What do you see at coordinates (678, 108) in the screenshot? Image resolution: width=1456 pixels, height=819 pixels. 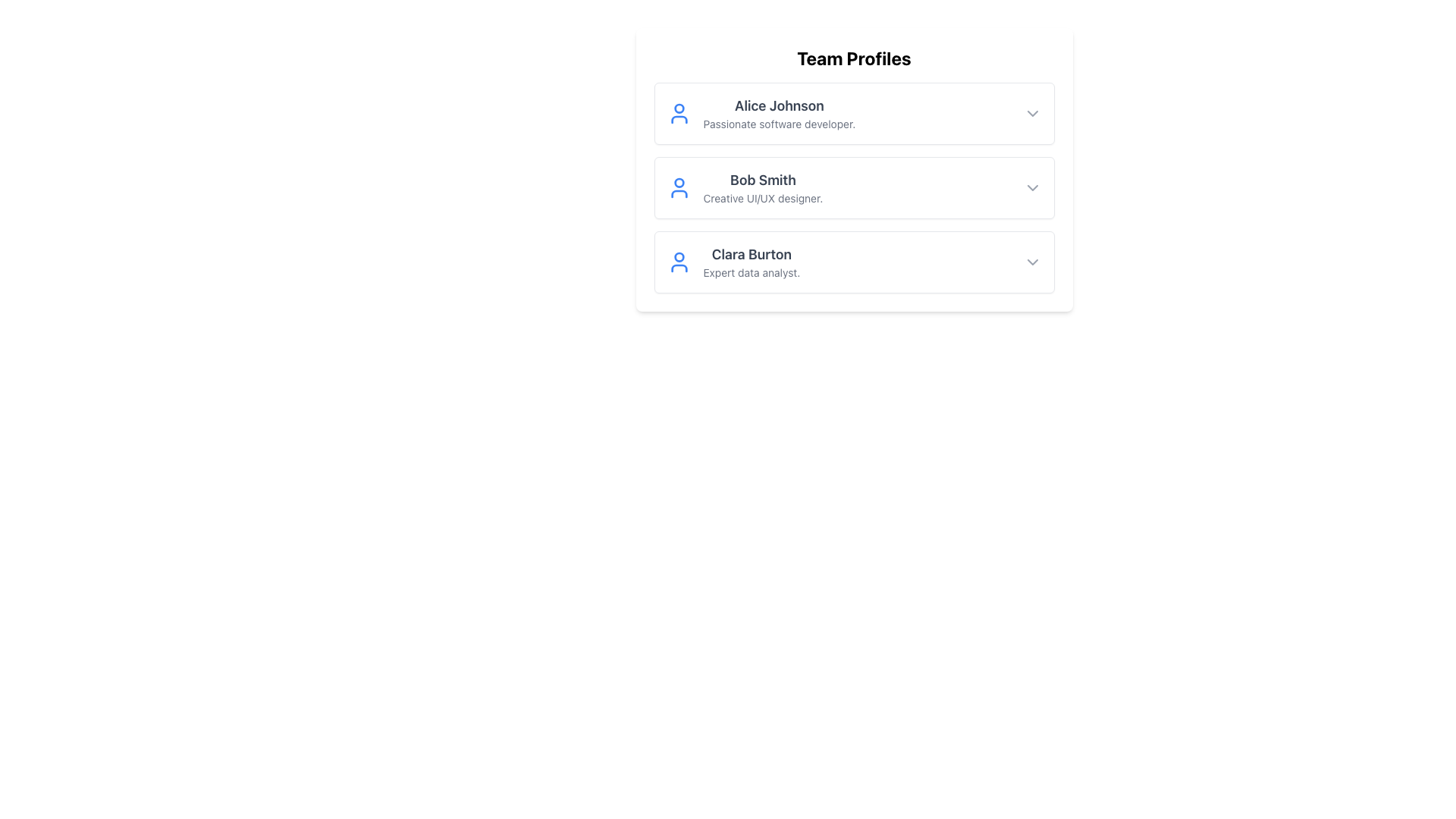 I see `the circular graphical icon of the user profile indicator, which is part of a blue user icon located to the left of the 'Alice Johnson' label in the 'Team Profiles' section` at bounding box center [678, 108].